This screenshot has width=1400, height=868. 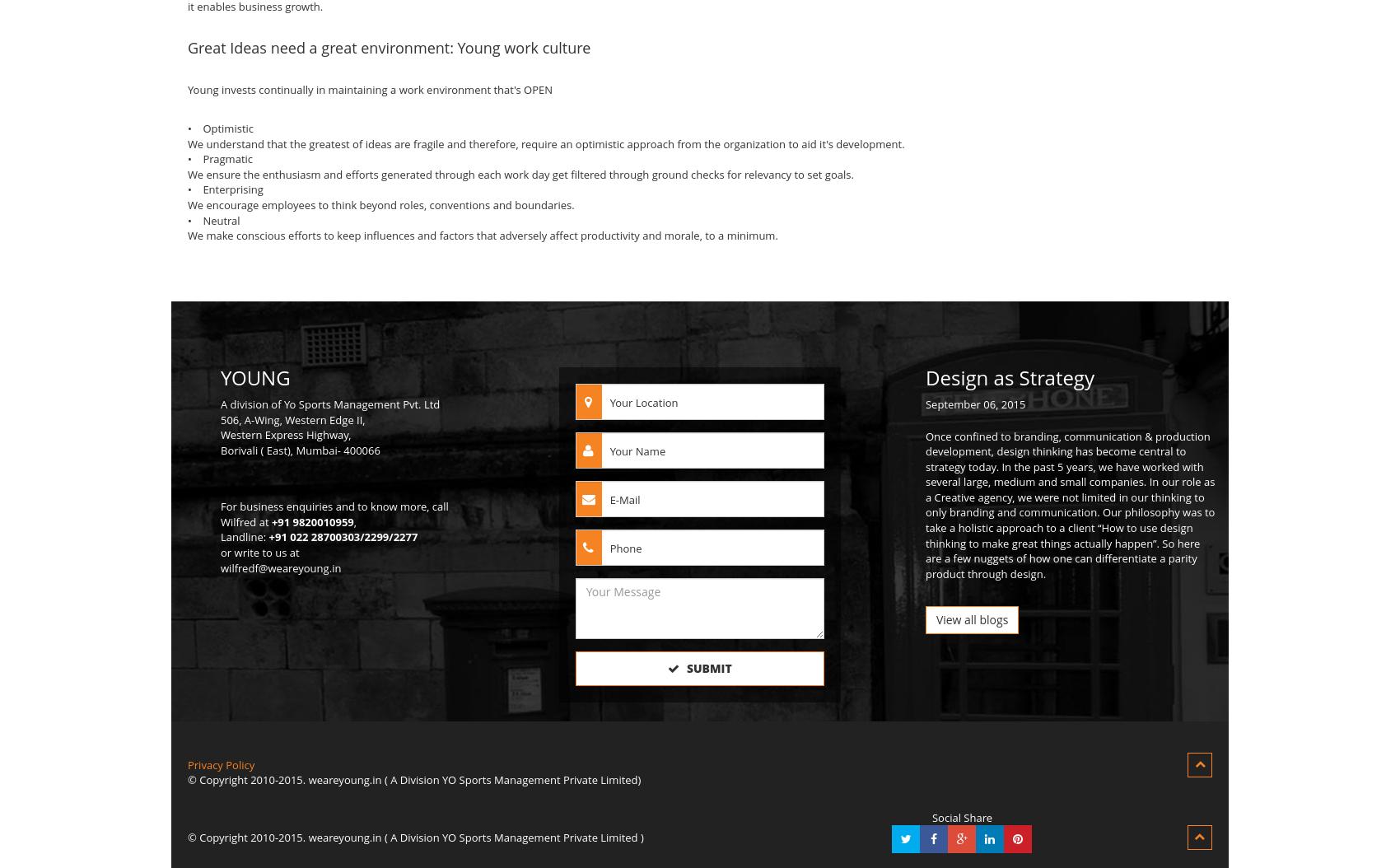 I want to click on 'We ensure the enthusiasm and efforts generated through each work day get filtered through ground checks for relevancy to set goals.', so click(x=519, y=174).